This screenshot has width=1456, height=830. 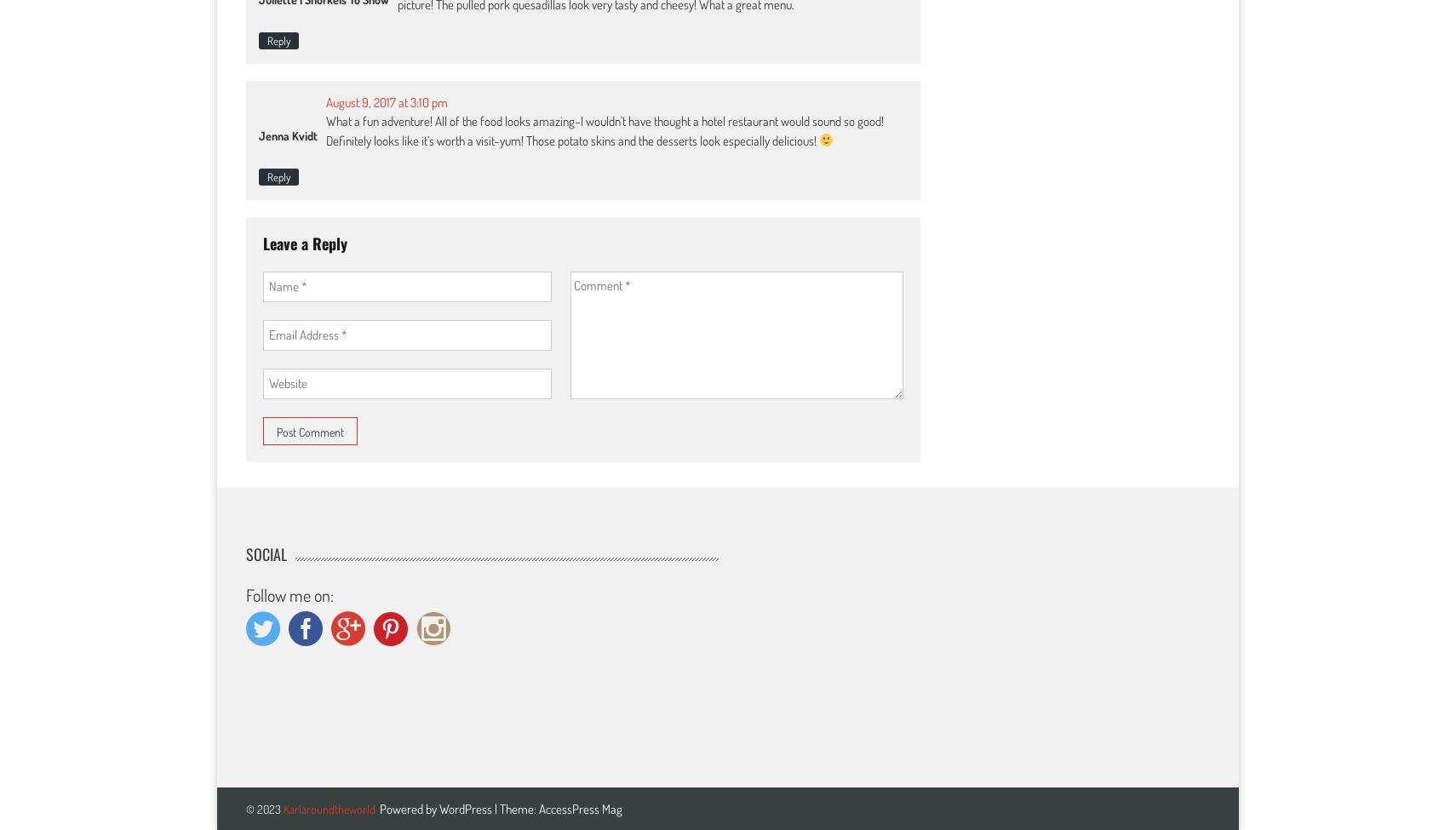 I want to click on 'Karlaroundtheworld', so click(x=328, y=807).